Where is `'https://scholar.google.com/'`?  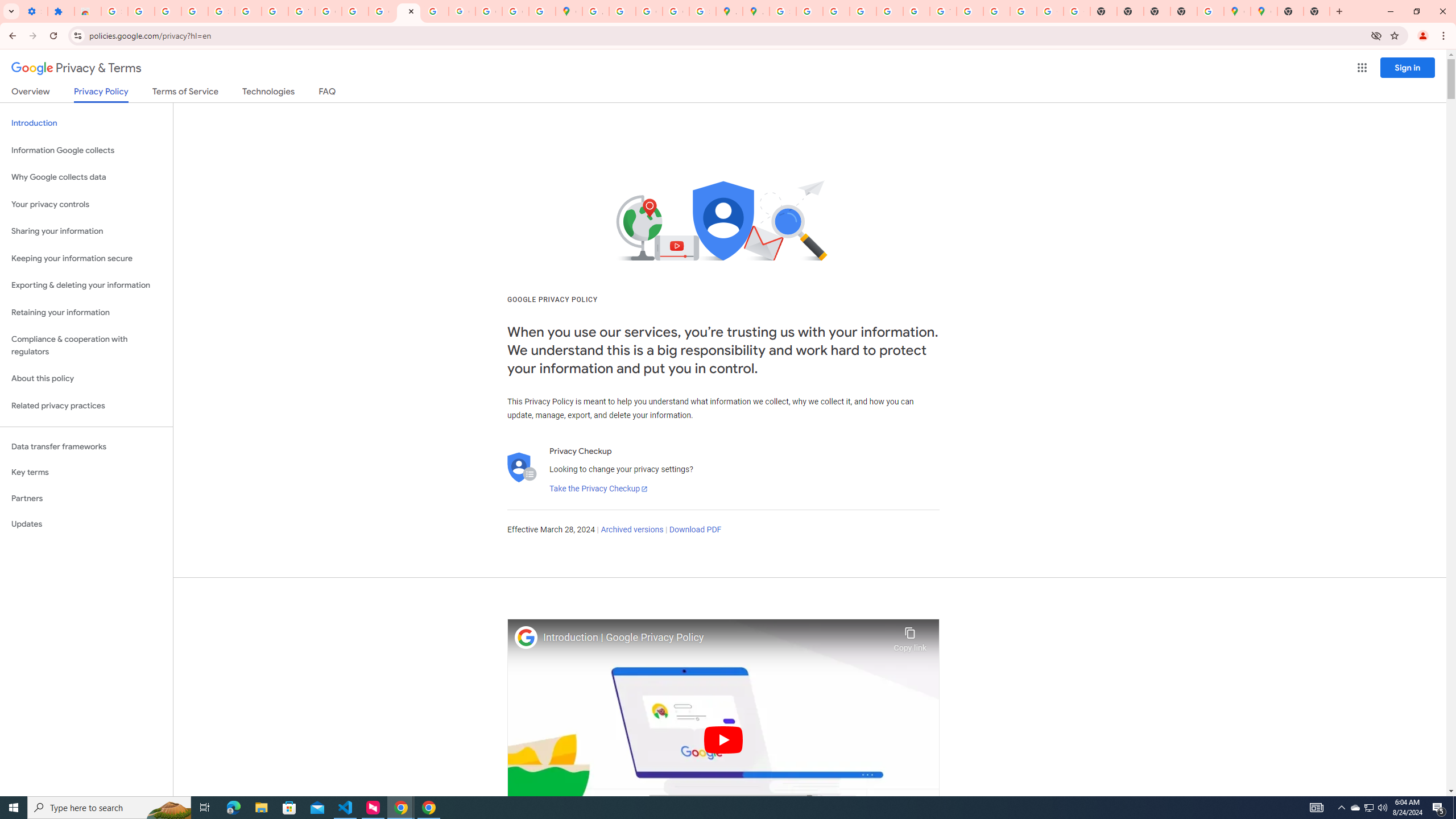
'https://scholar.google.com/' is located at coordinates (354, 11).